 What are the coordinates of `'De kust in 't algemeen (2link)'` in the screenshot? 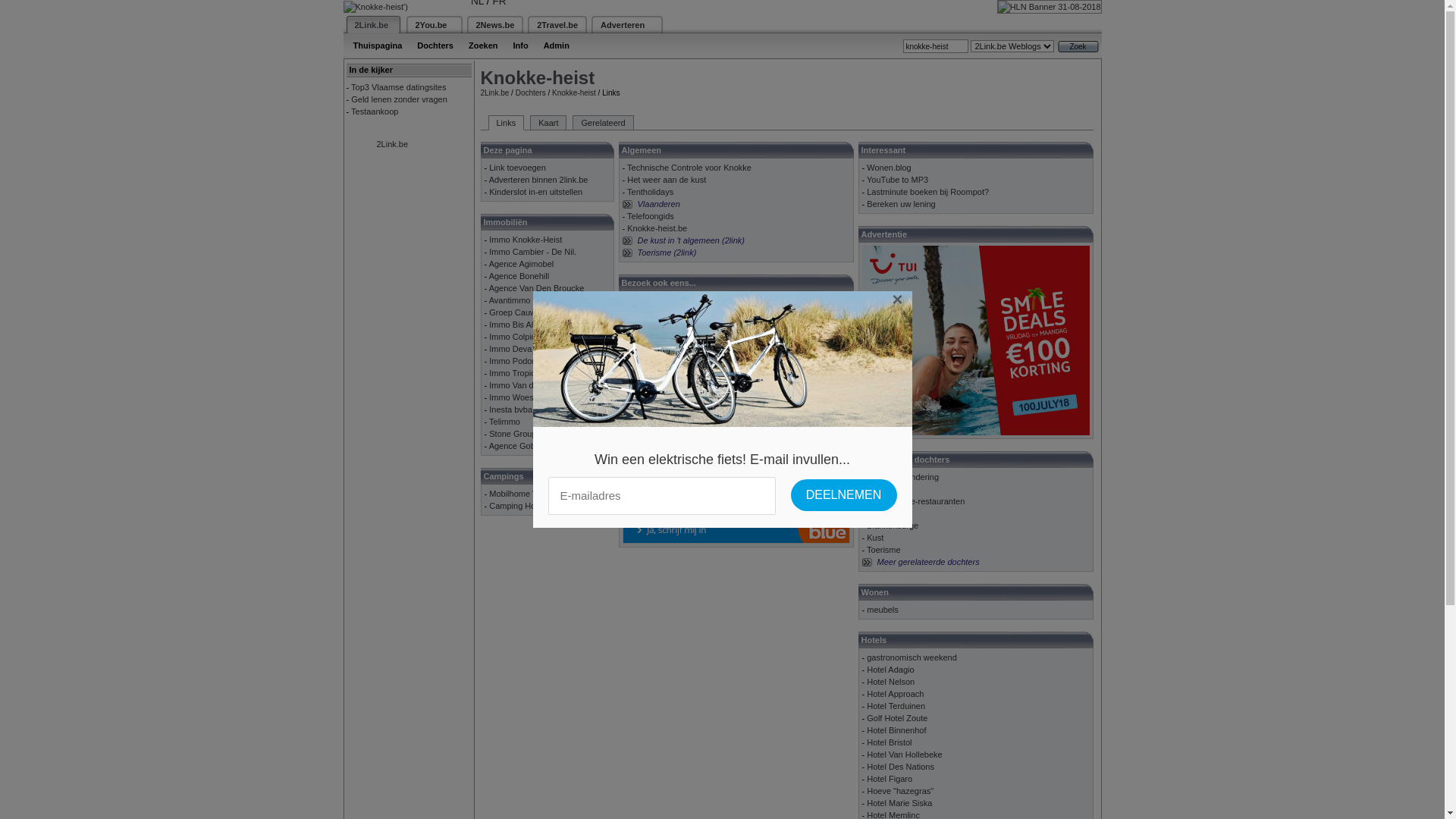 It's located at (690, 239).